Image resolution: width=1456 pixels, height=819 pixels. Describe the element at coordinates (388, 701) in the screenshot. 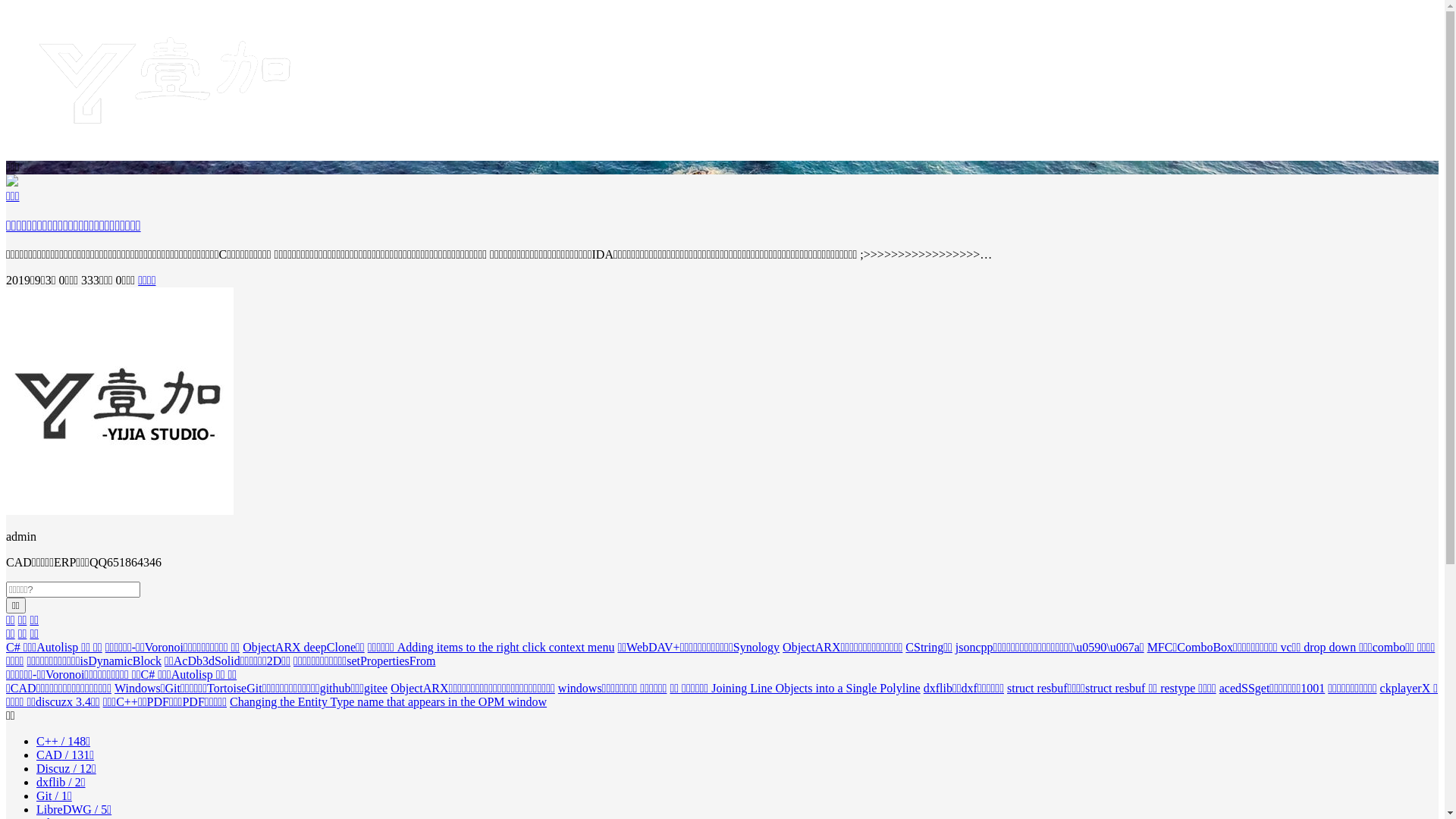

I see `'Changing the Entity Type name that appears in the OPM window'` at that location.